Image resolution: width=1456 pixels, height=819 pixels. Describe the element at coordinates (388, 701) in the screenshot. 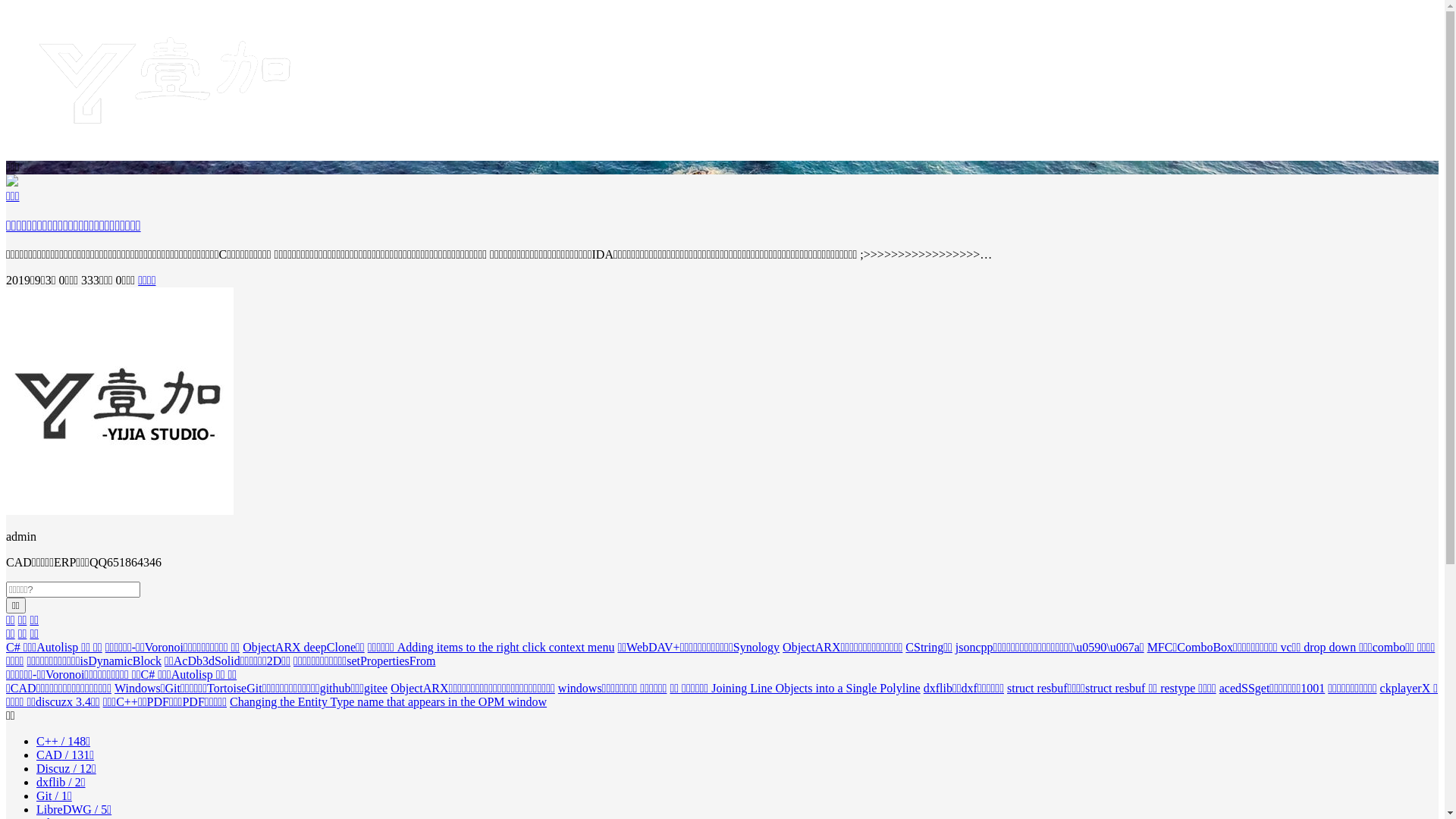

I see `'Changing the Entity Type name that appears in the OPM window'` at that location.